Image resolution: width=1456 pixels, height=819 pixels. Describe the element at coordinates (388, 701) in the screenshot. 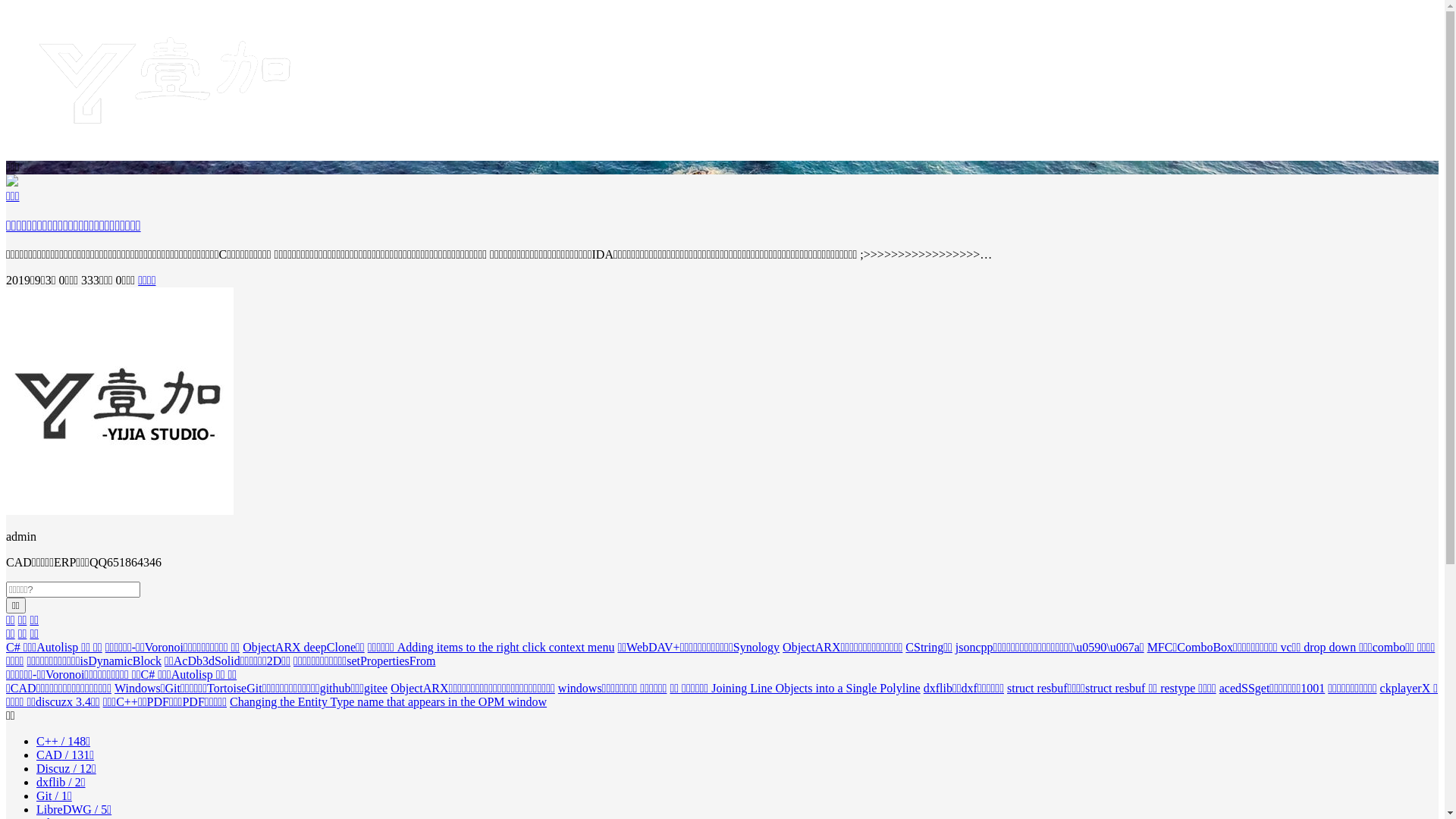

I see `'Changing the Entity Type name that appears in the OPM window'` at that location.